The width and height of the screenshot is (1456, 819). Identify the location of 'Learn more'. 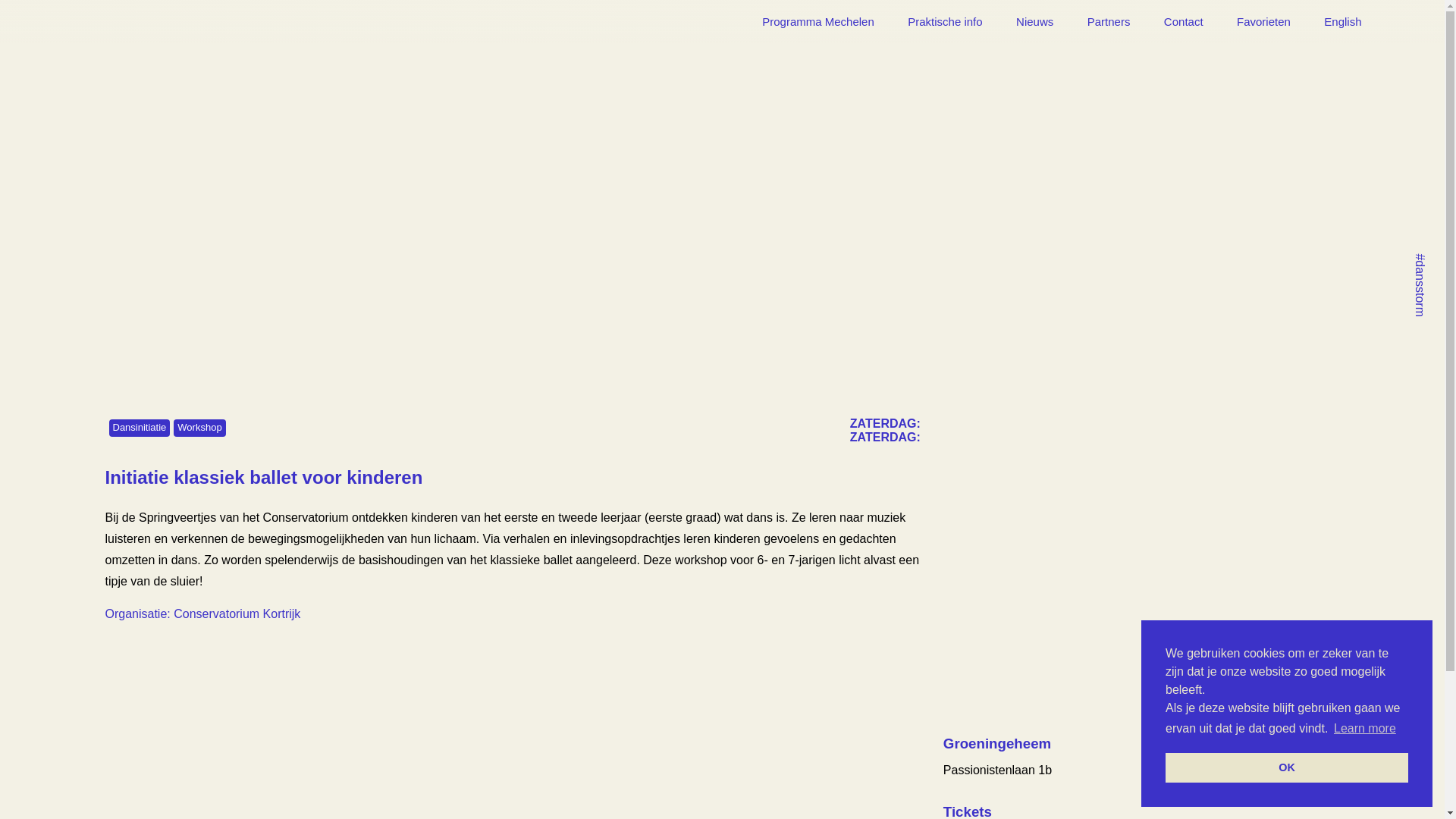
(1365, 727).